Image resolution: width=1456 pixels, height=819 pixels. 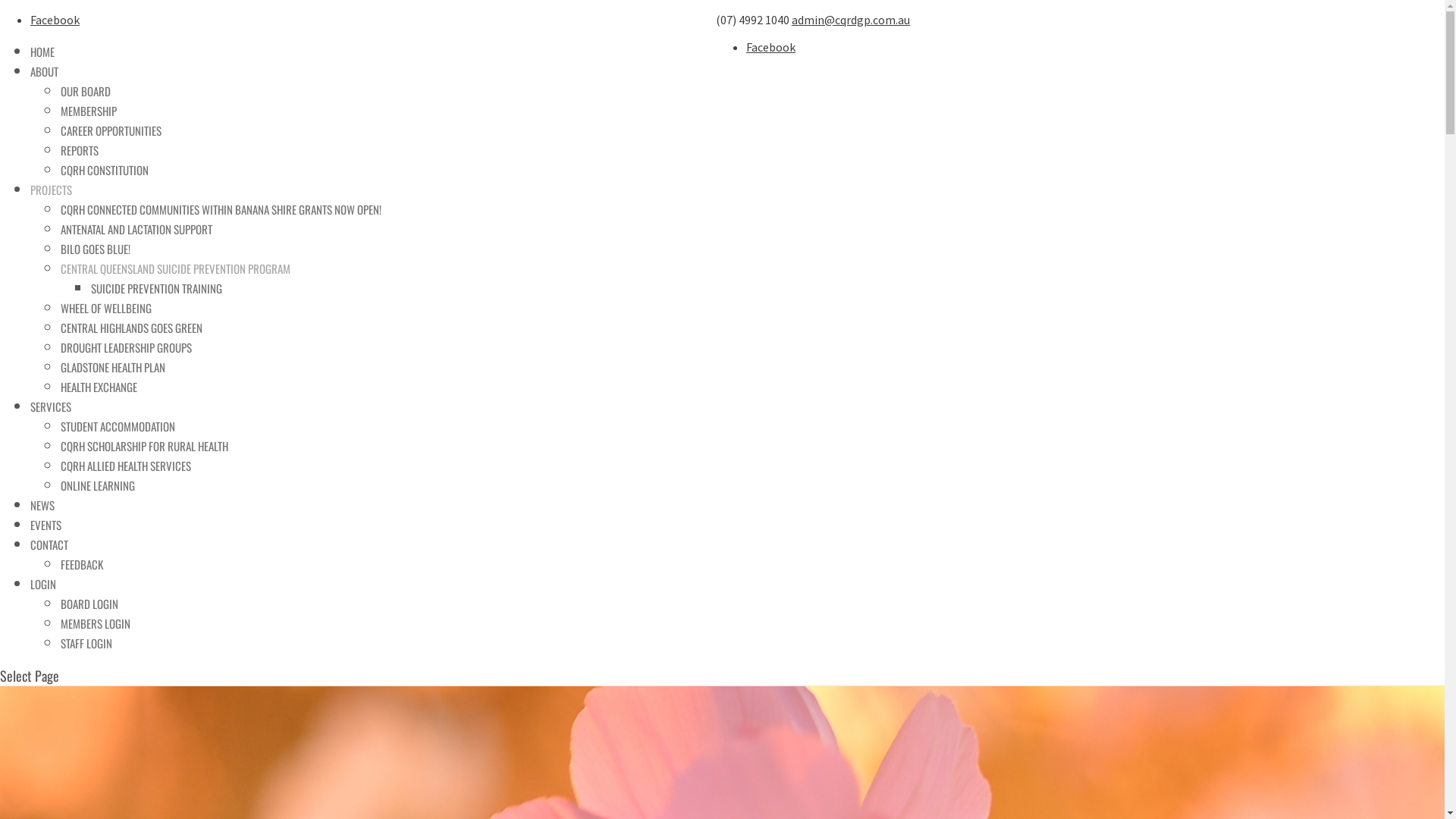 What do you see at coordinates (49, 543) in the screenshot?
I see `'CONTACT'` at bounding box center [49, 543].